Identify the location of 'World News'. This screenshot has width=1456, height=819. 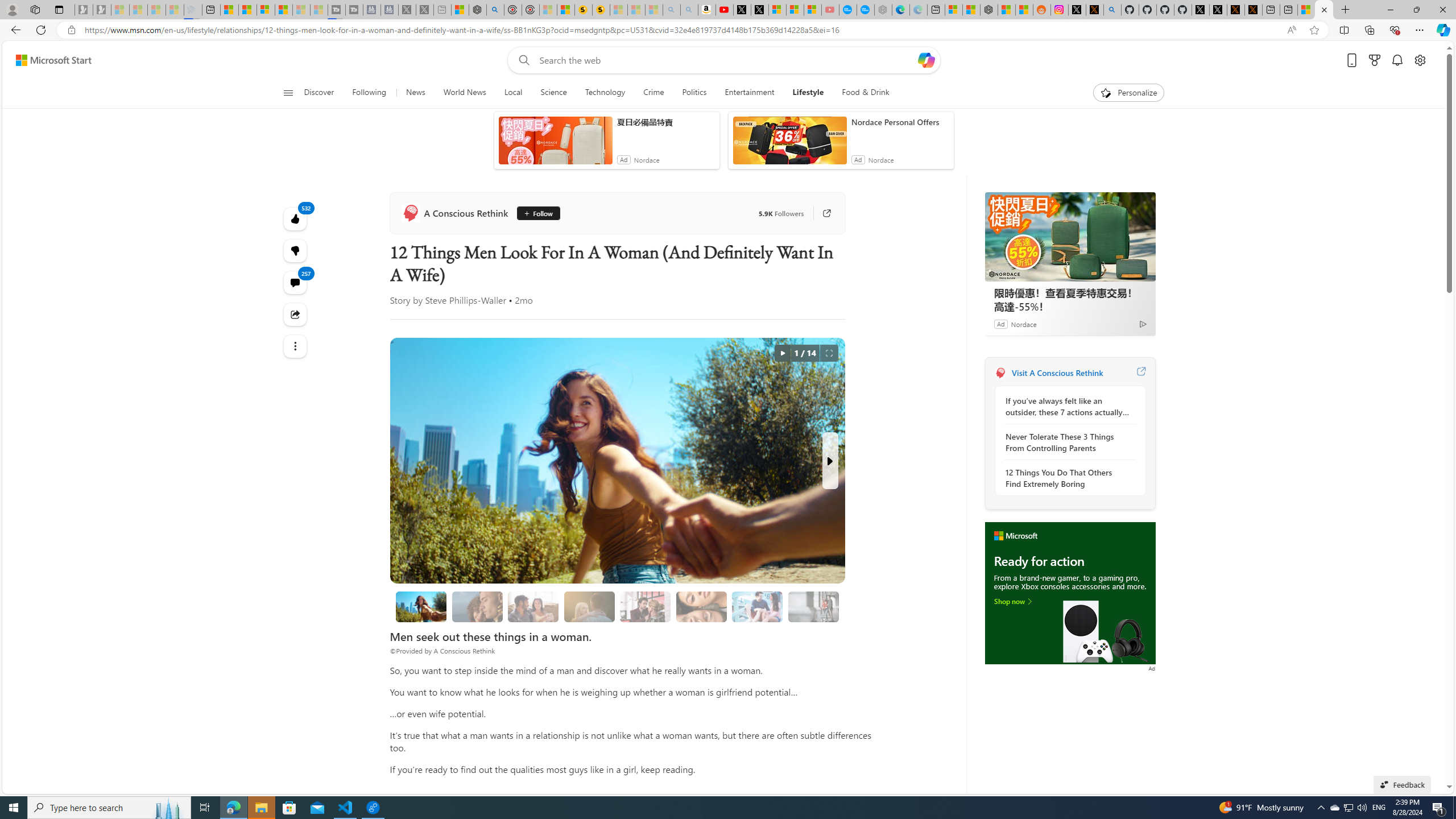
(464, 92).